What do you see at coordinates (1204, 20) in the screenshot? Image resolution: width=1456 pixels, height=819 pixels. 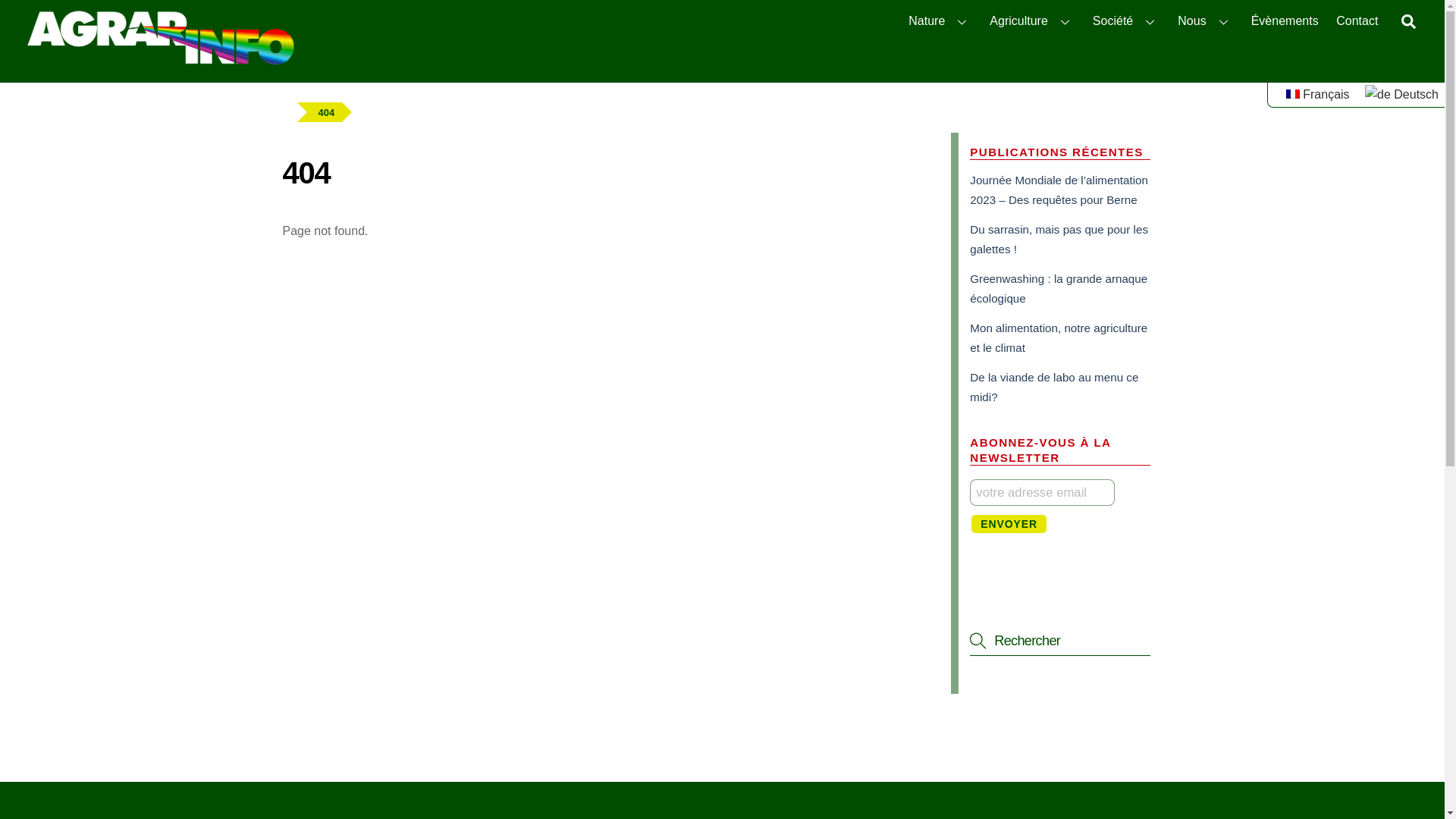 I see `'Nous'` at bounding box center [1204, 20].